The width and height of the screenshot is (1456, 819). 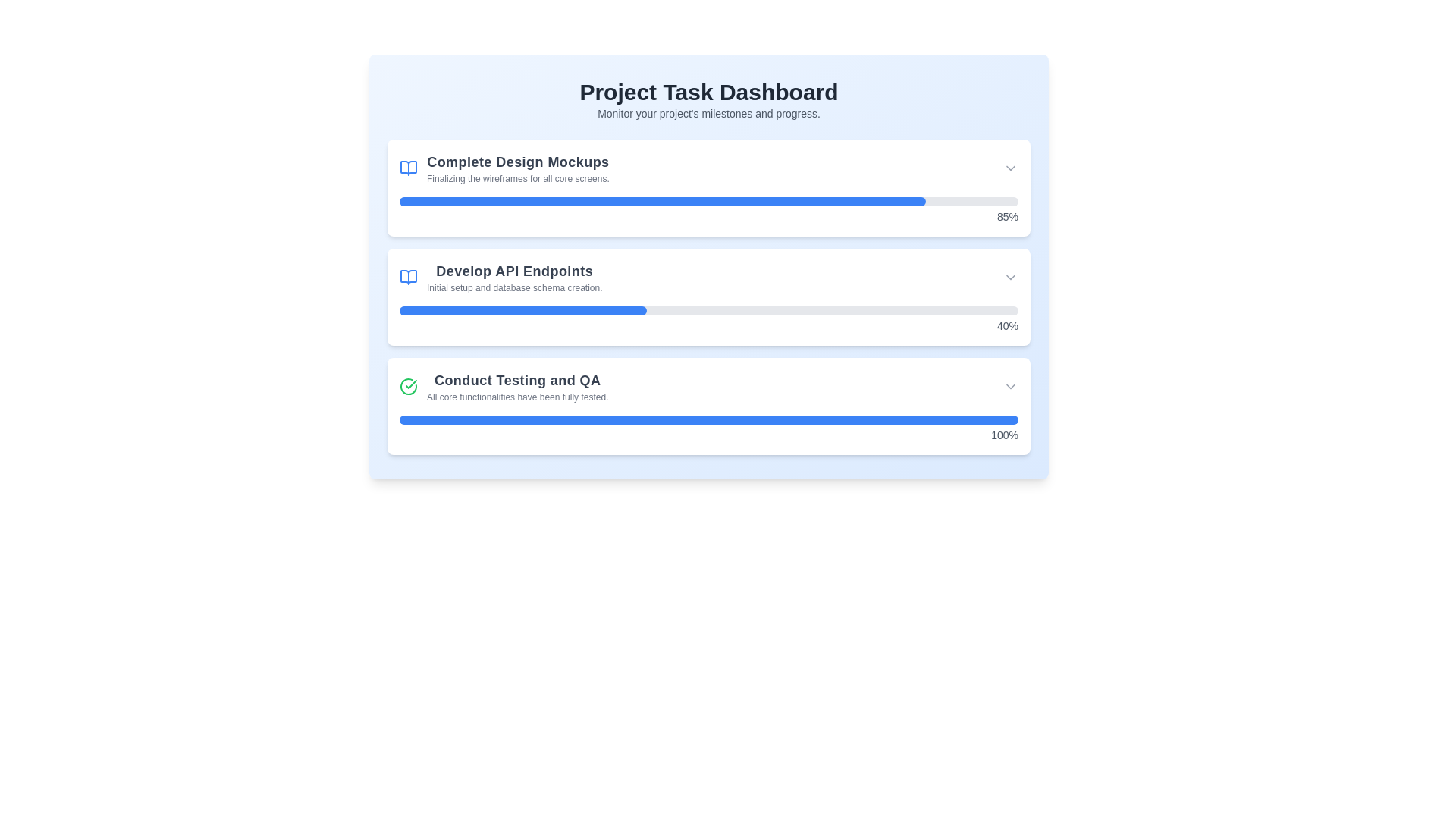 I want to click on the visual indicator icon that signifies the successful completion of the task 'Conduct Testing and QA' in the vertical task list on the dashboard interface, so click(x=408, y=385).